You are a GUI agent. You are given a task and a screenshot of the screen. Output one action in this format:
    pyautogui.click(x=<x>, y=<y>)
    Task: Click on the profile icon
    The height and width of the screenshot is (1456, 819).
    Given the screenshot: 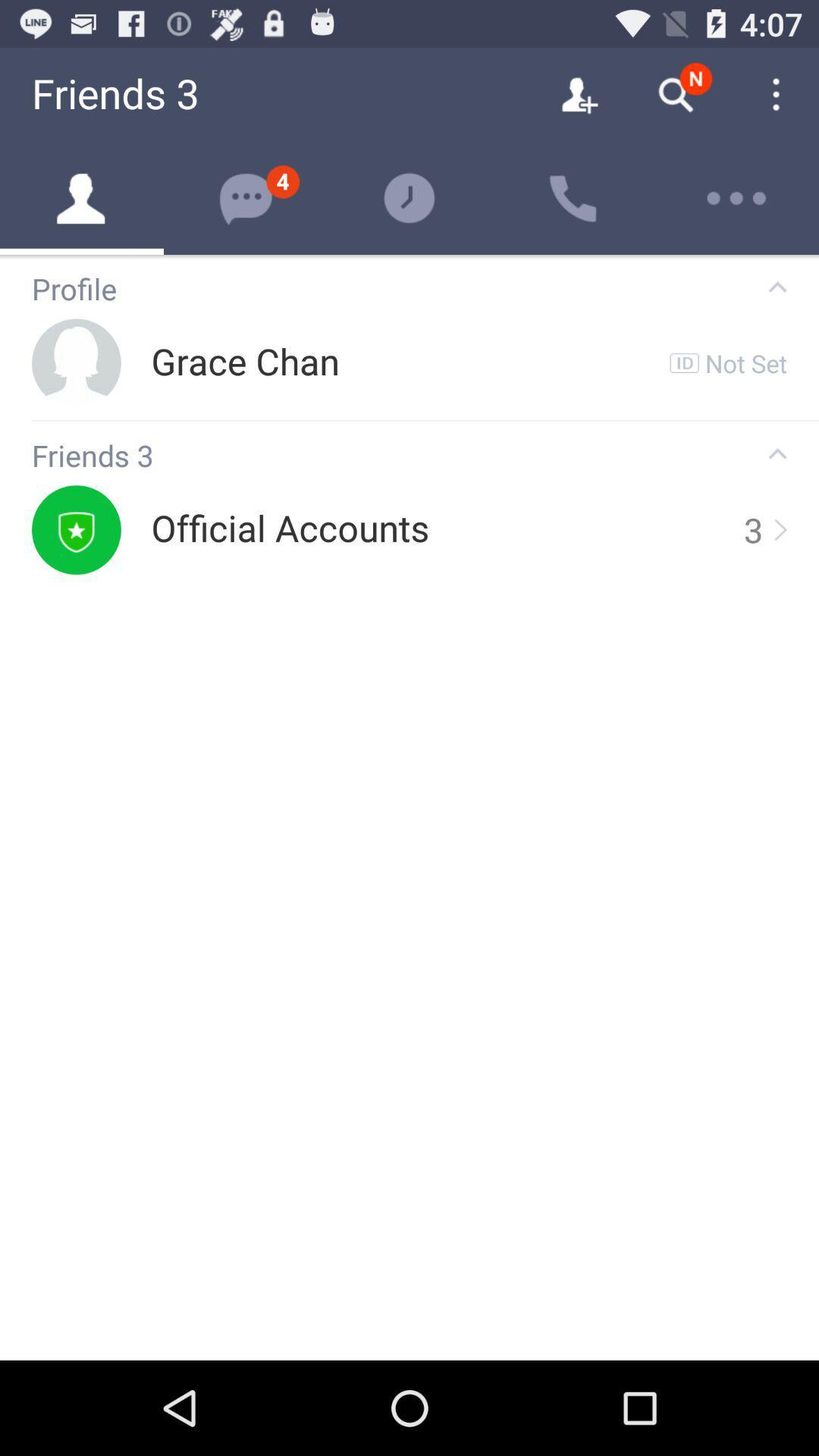 What is the action you would take?
    pyautogui.click(x=384, y=290)
    